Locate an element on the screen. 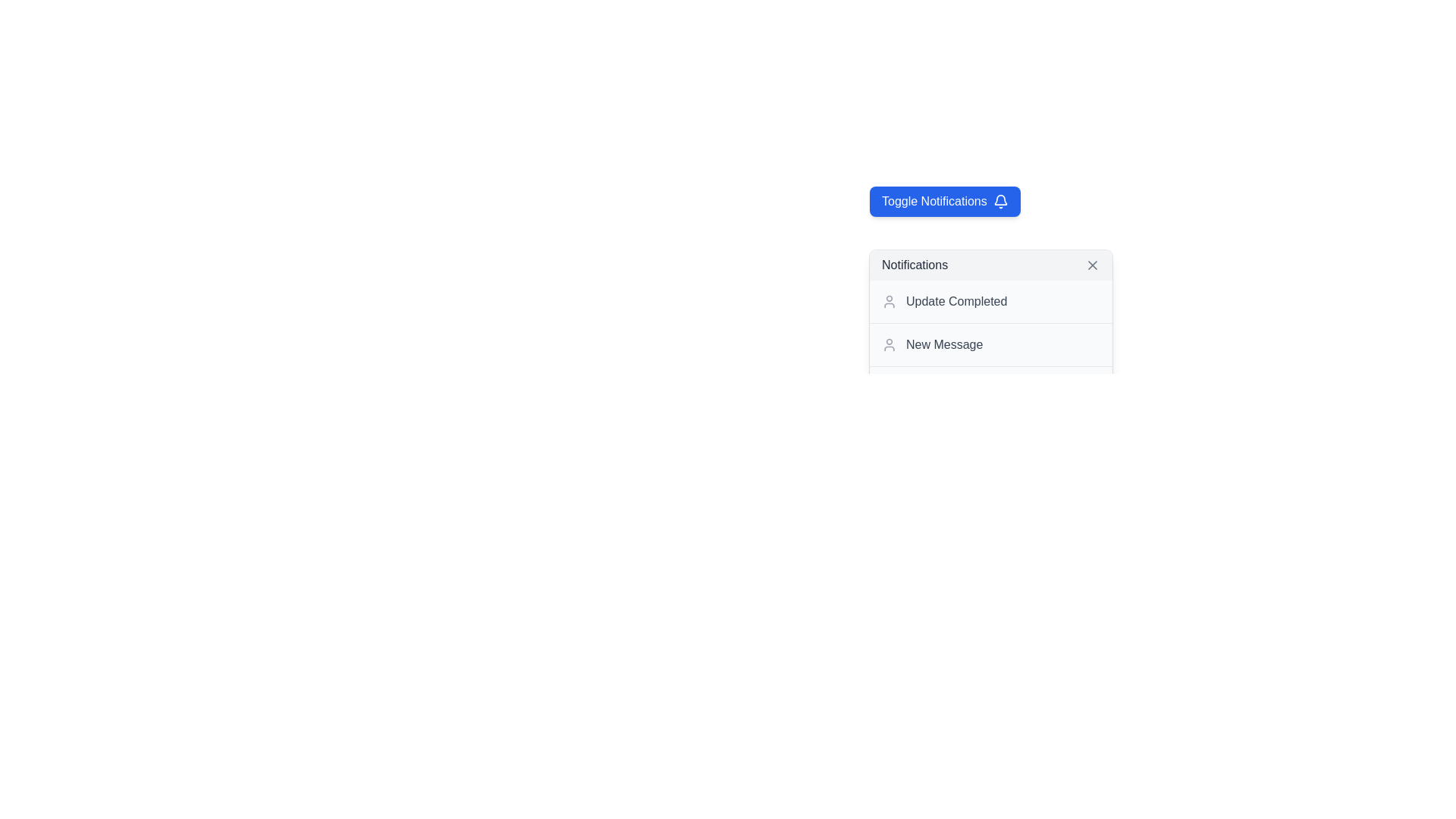 Image resolution: width=1456 pixels, height=819 pixels. the first notification entry in the notification panel, which serves as an informative text-based list item with an icon is located at coordinates (990, 301).